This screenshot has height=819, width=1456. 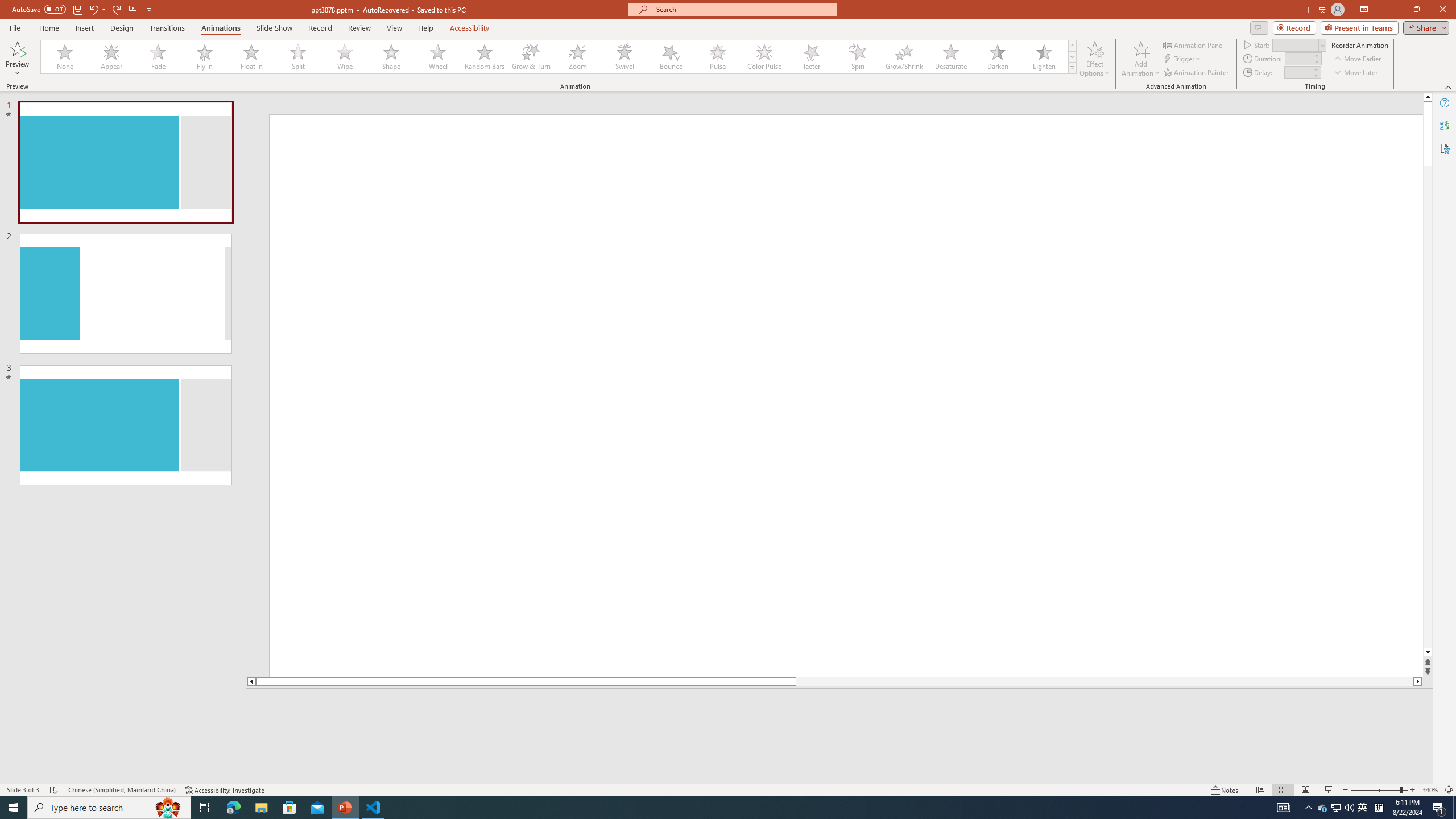 I want to click on 'Pulse', so click(x=717, y=56).